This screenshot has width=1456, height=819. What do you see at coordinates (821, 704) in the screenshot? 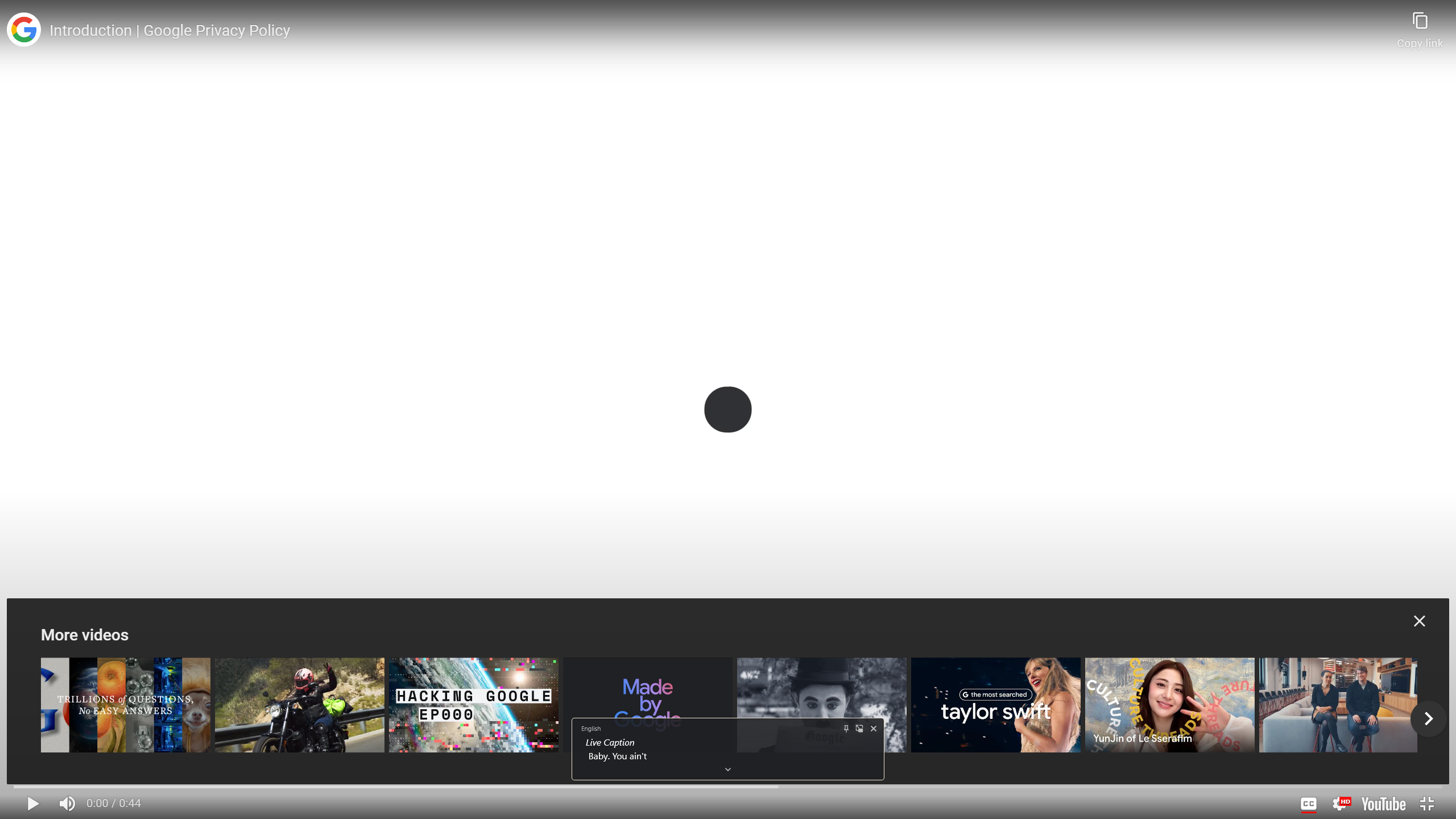
I see `'Charlie Chaplin Google Doodle'` at bounding box center [821, 704].